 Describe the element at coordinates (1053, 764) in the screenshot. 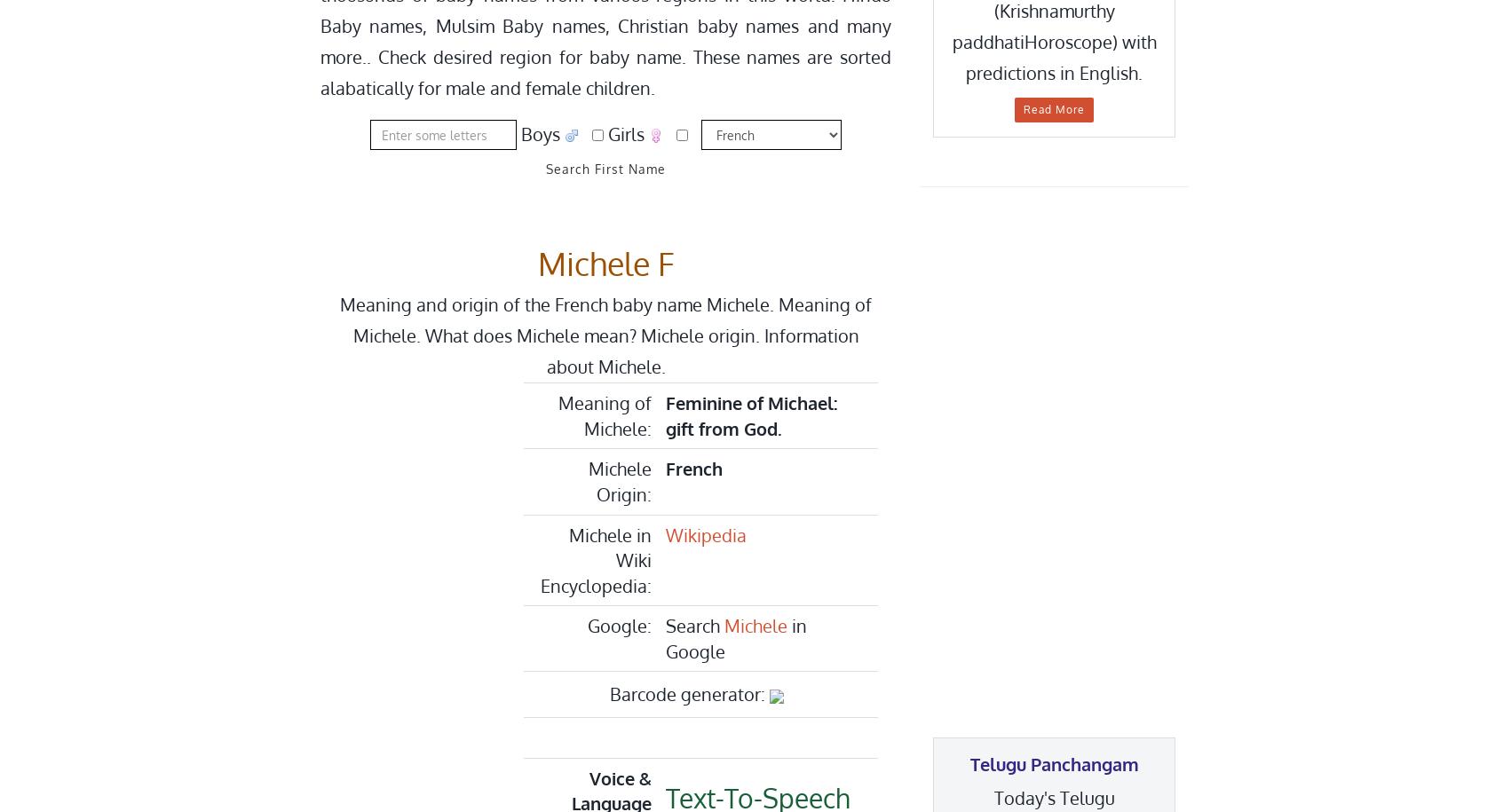

I see `'Telugu Panchangam'` at that location.